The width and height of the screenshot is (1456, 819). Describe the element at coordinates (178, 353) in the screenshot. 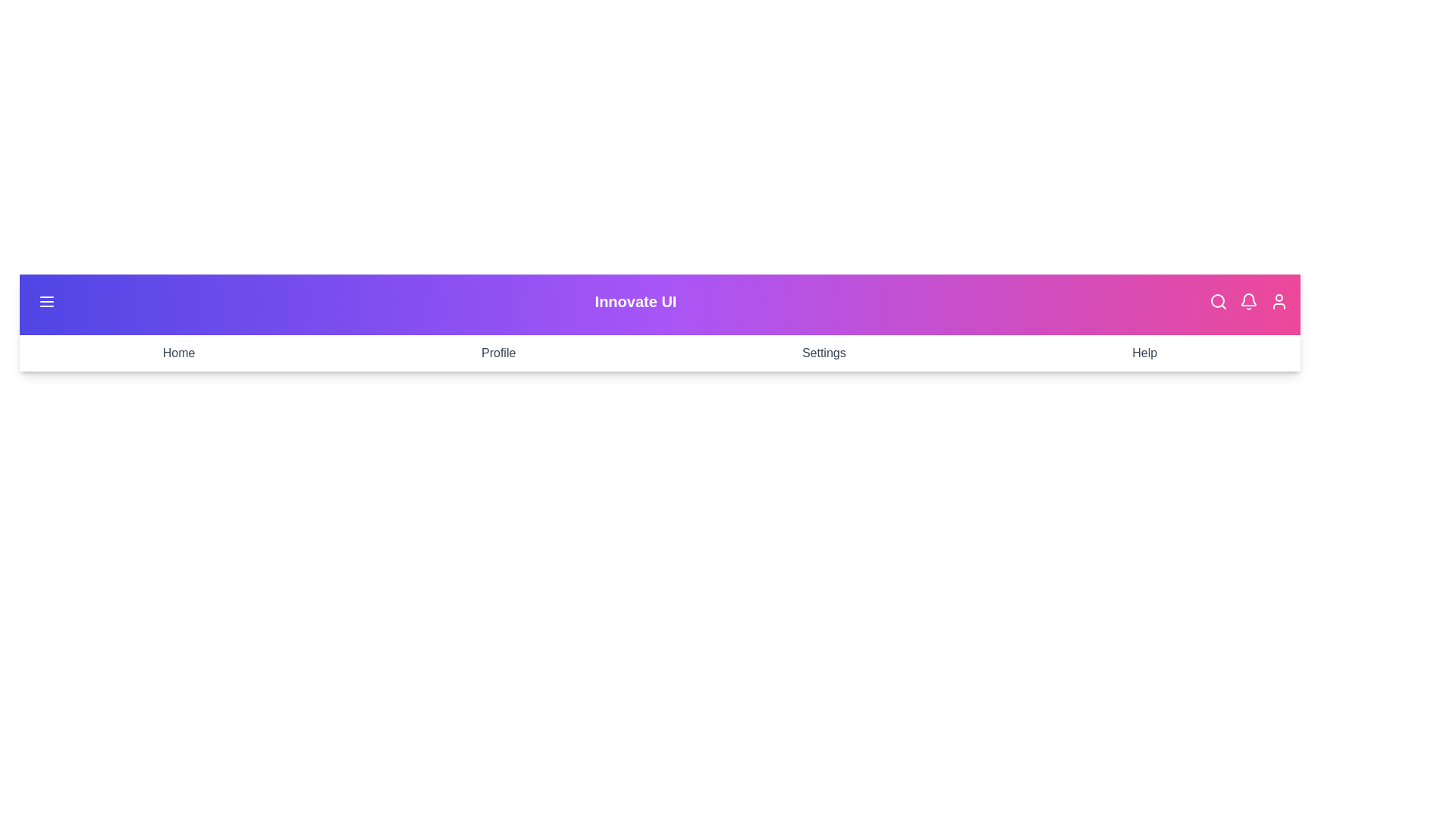

I see `the menu item labeled Home to navigate to the corresponding section` at that location.